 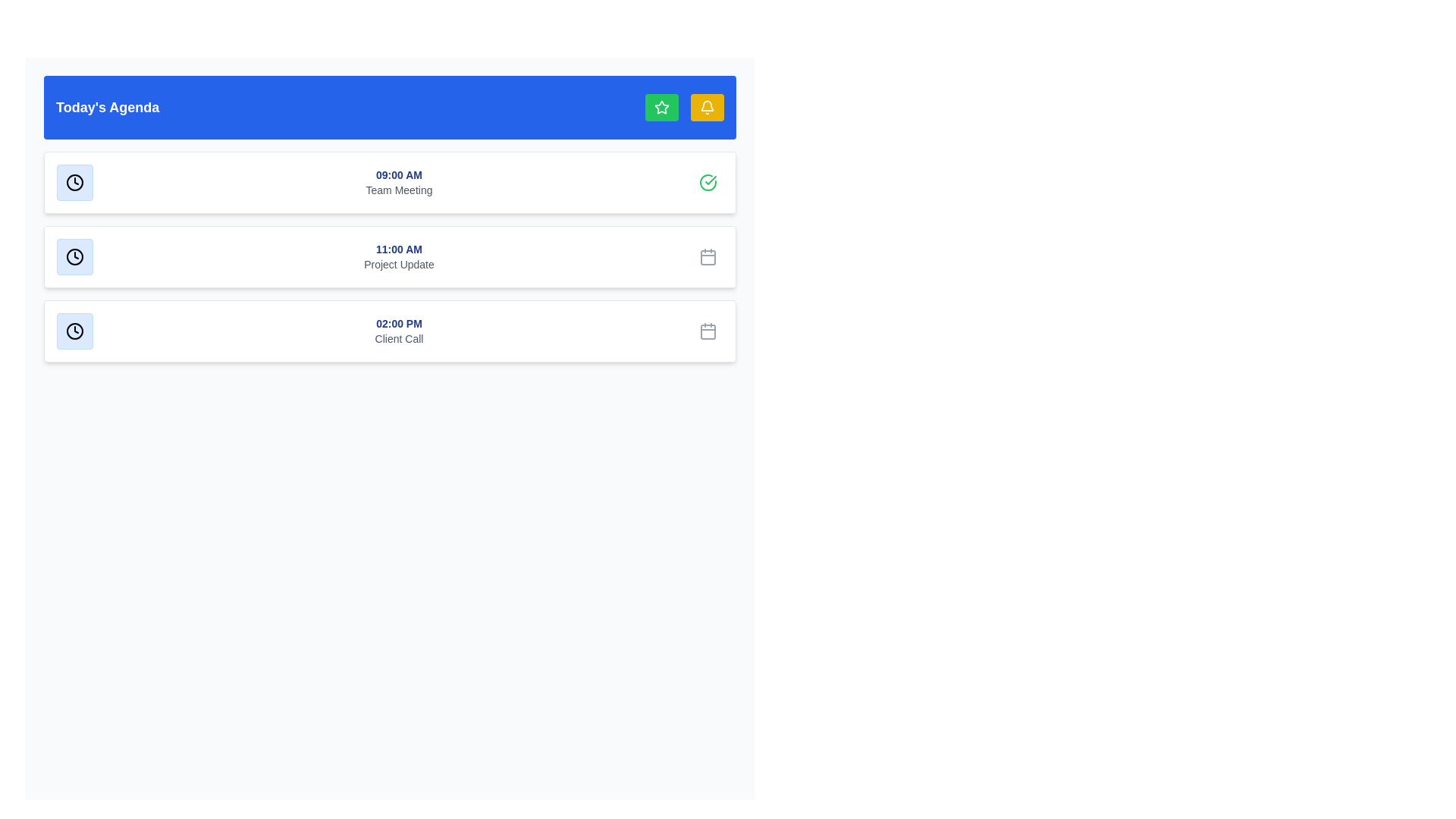 I want to click on the star icon located in the top right corner of the blue rectangular header titled 'Today's Agenda' to mark it as favorite, so click(x=683, y=107).